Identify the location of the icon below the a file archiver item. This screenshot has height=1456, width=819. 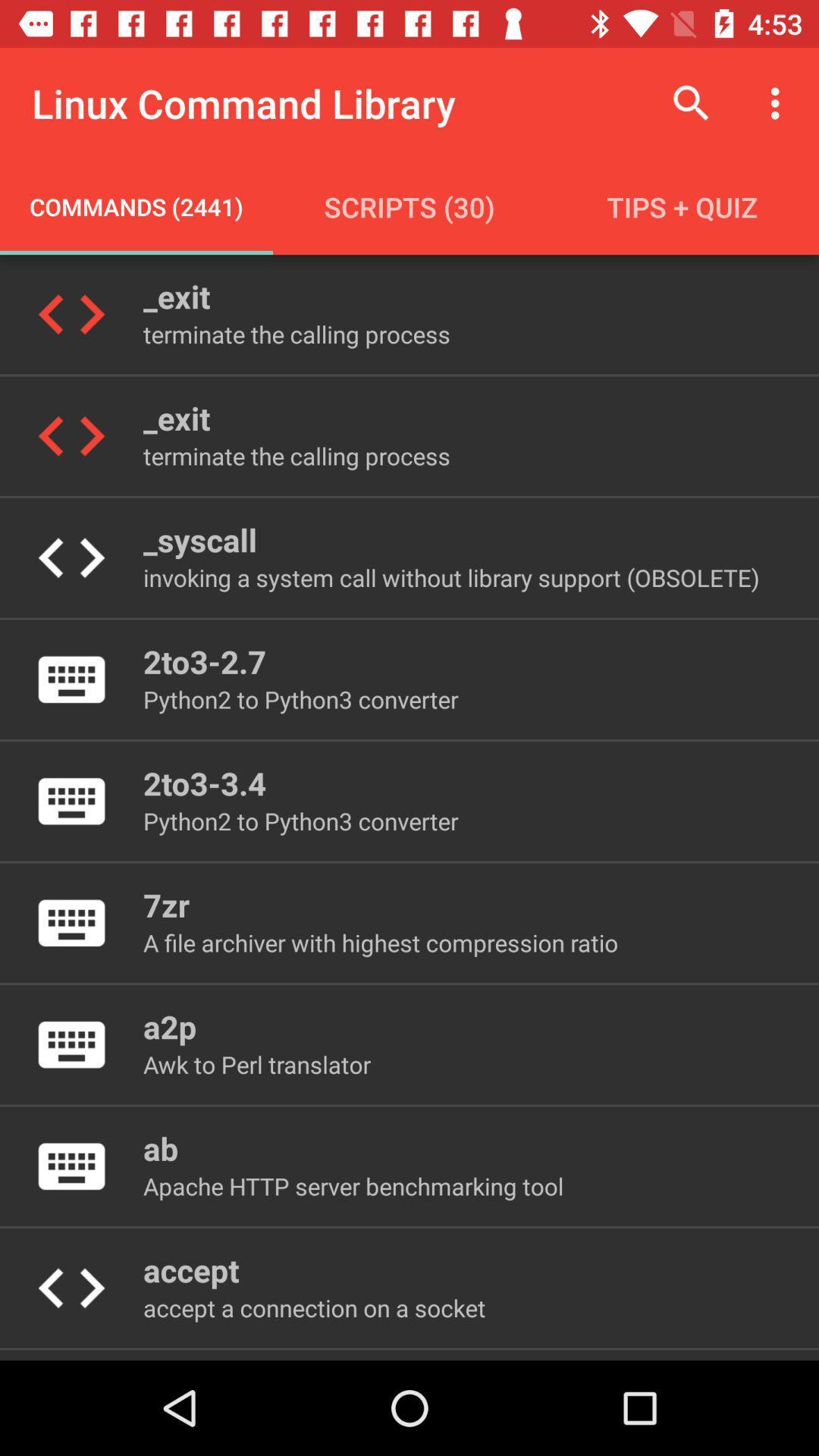
(170, 1026).